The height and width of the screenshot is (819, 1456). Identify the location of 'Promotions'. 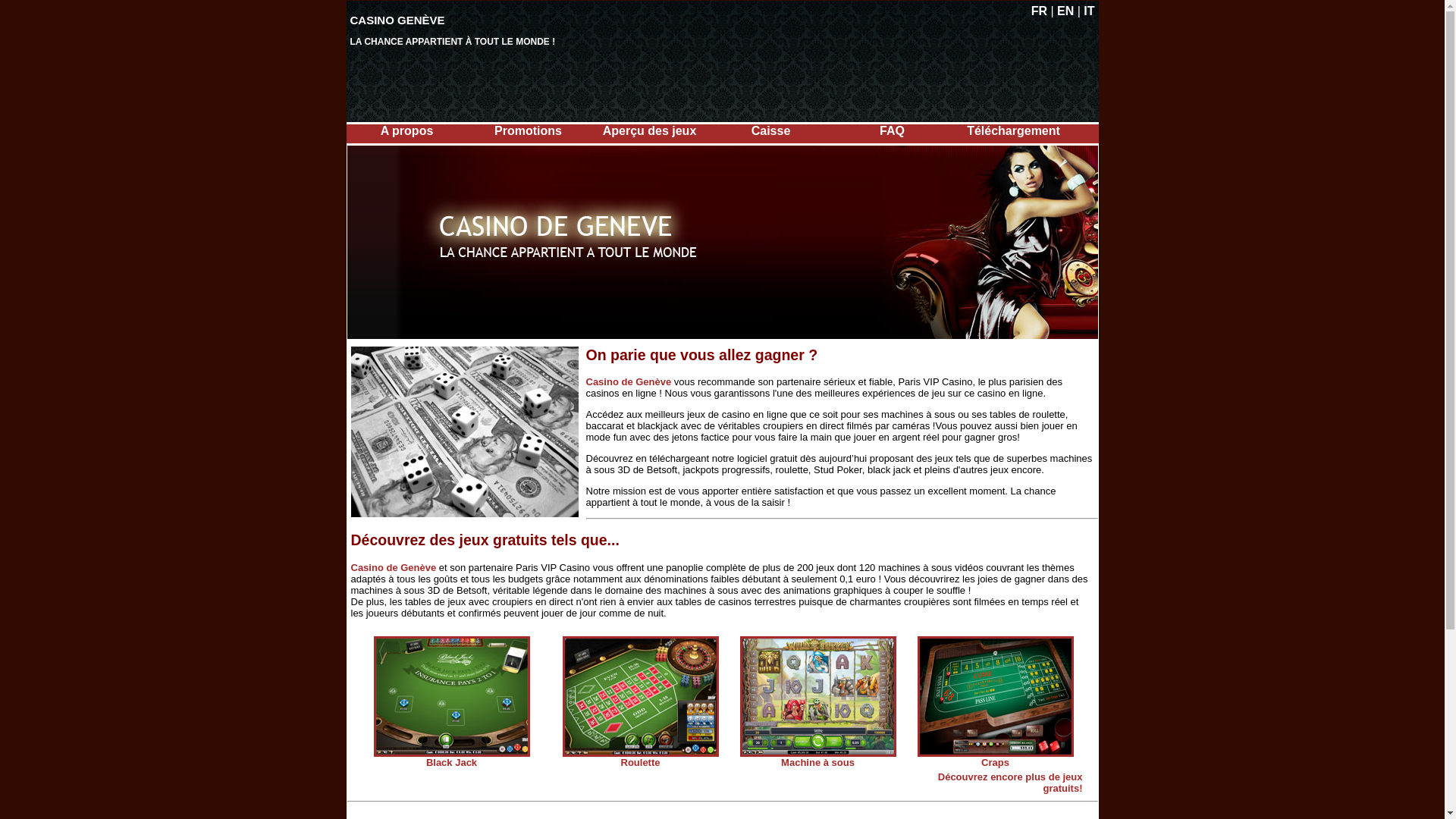
(528, 130).